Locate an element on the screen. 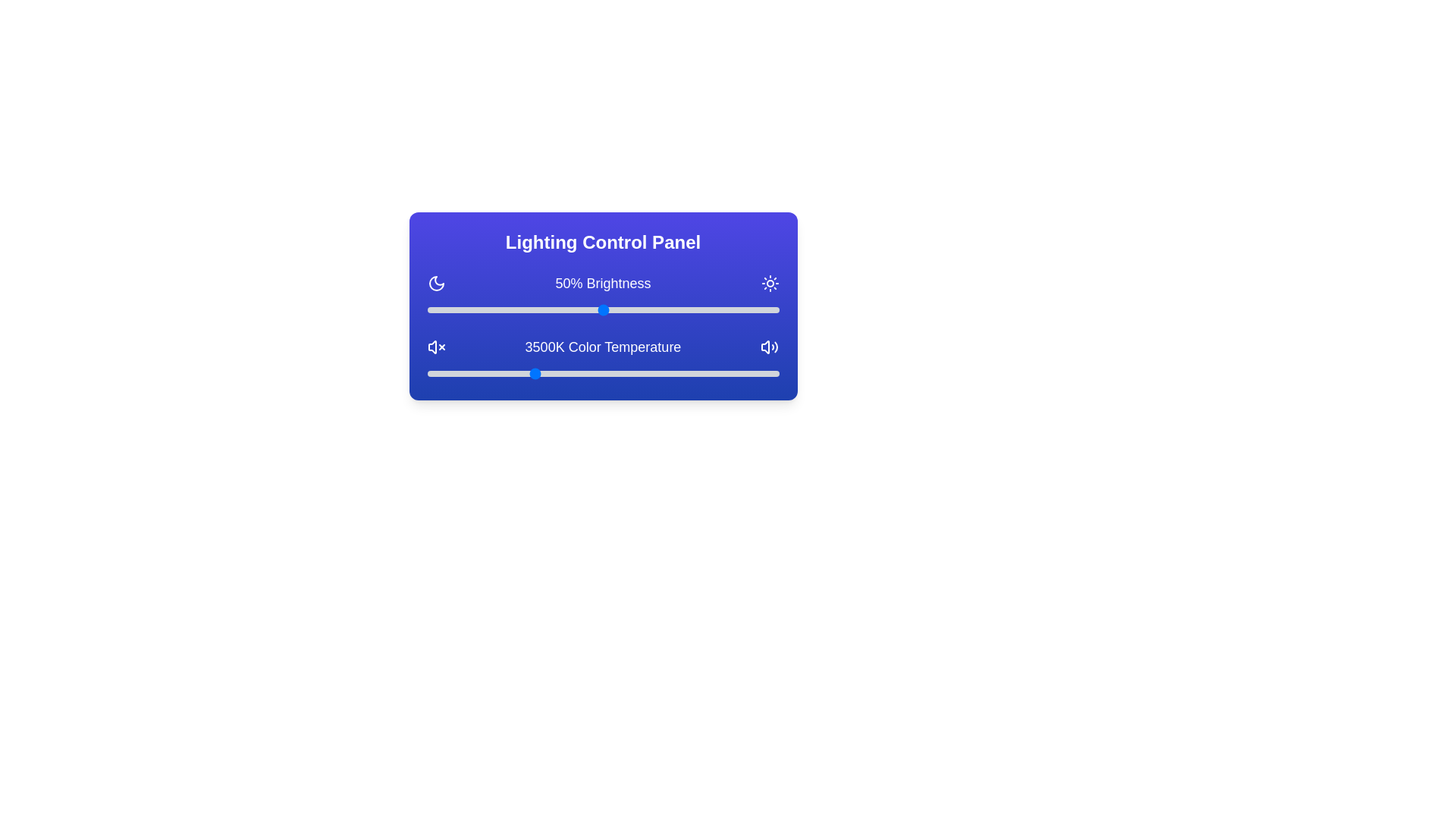  the color temperature slider to 3285 K is located at coordinates (517, 374).